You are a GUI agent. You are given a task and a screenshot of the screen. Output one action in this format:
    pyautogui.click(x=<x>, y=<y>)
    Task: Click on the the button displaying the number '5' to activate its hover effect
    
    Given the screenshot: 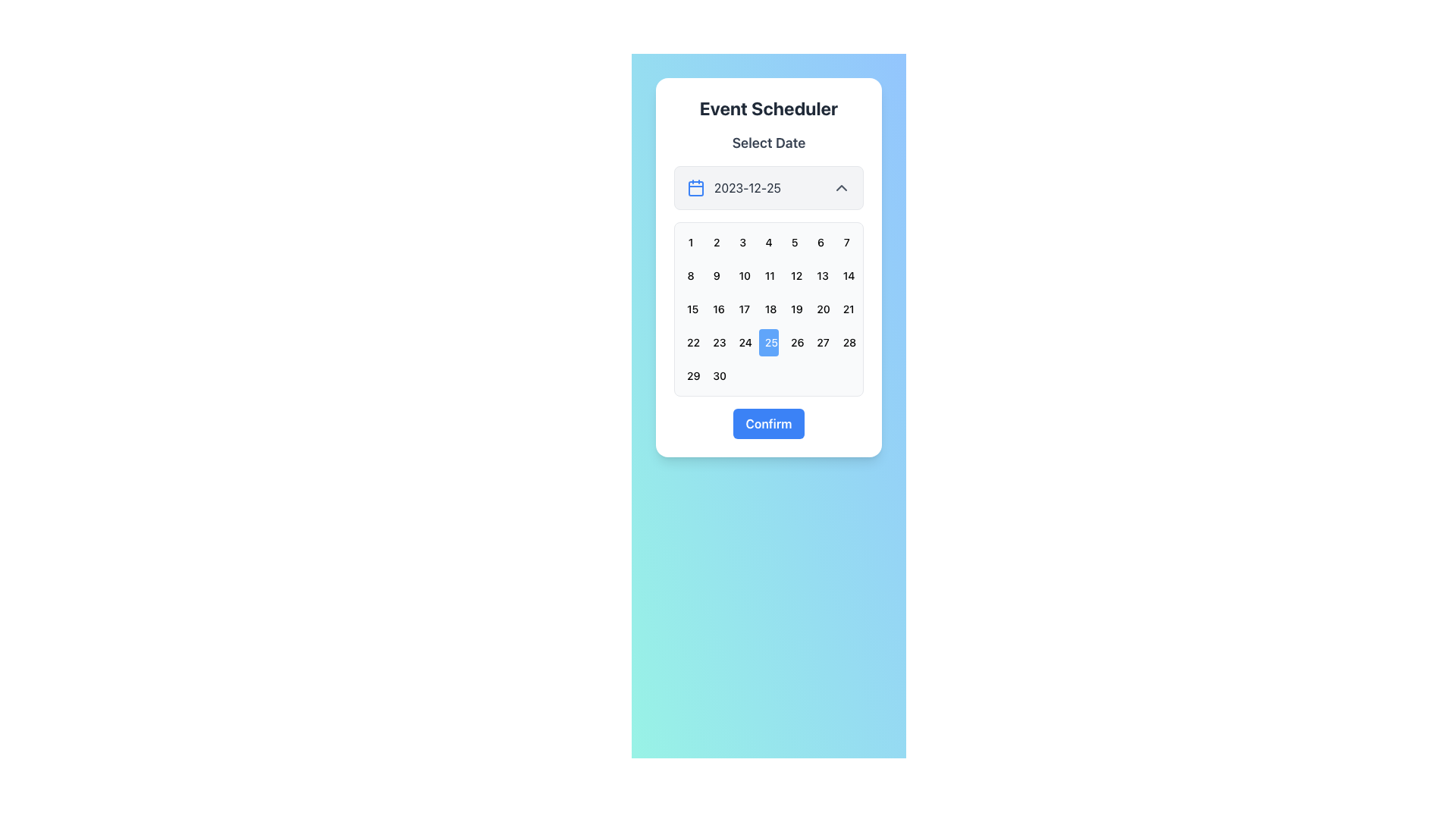 What is the action you would take?
    pyautogui.click(x=794, y=242)
    